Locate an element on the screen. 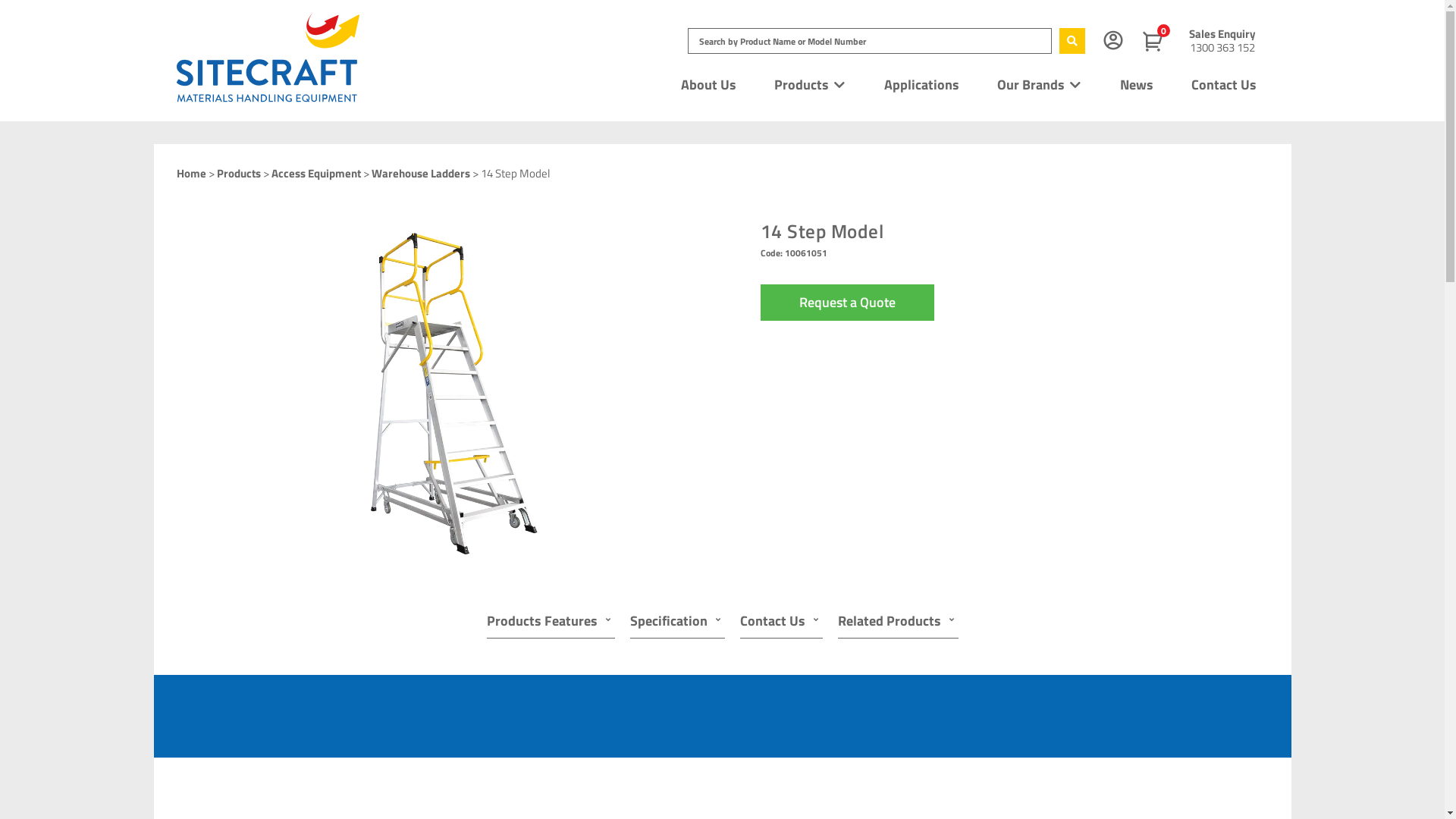 This screenshot has width=1456, height=819. 'Access Equipment' is located at coordinates (315, 172).